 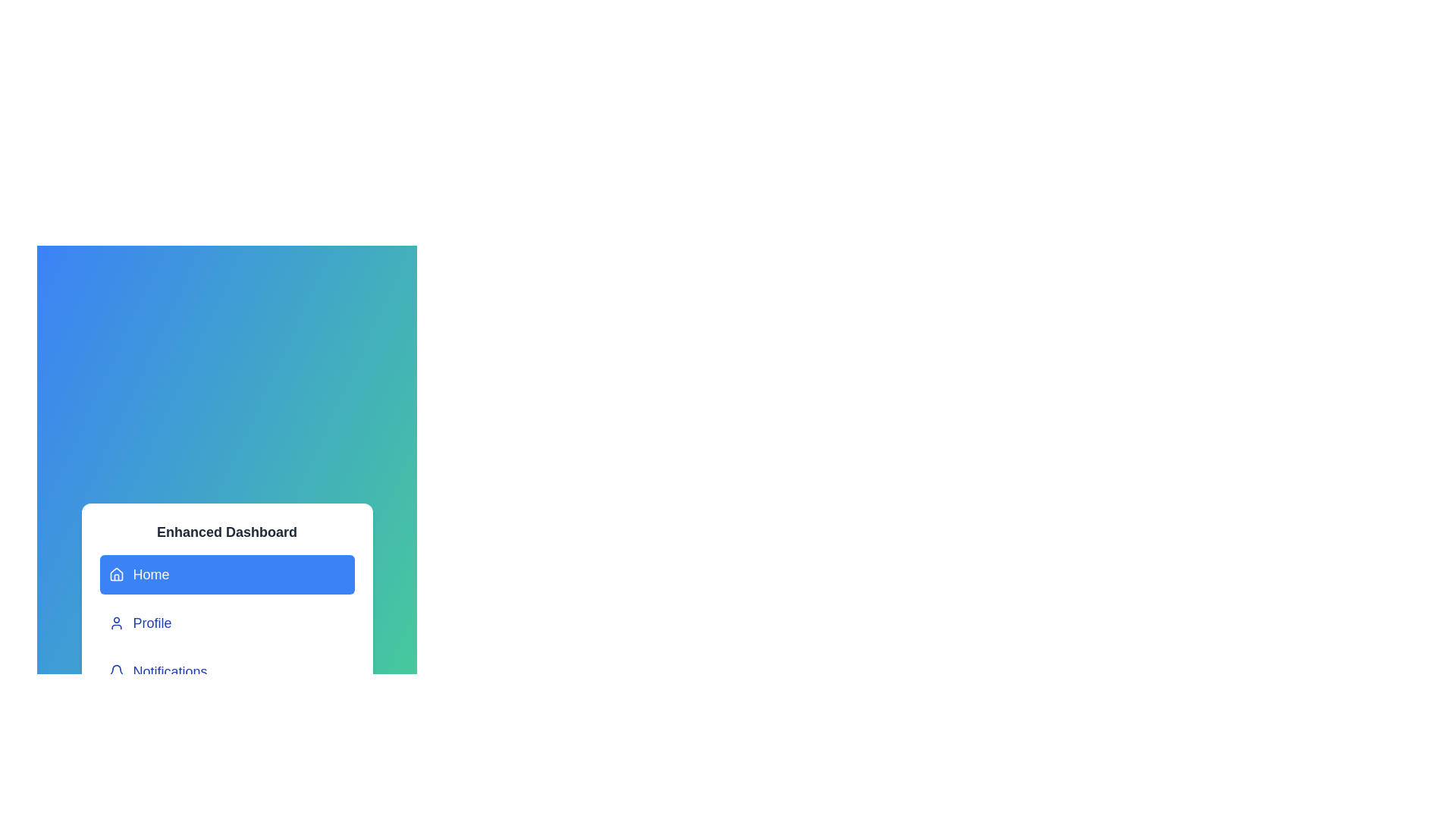 I want to click on the menu item labeled Home to navigate to it, so click(x=226, y=575).